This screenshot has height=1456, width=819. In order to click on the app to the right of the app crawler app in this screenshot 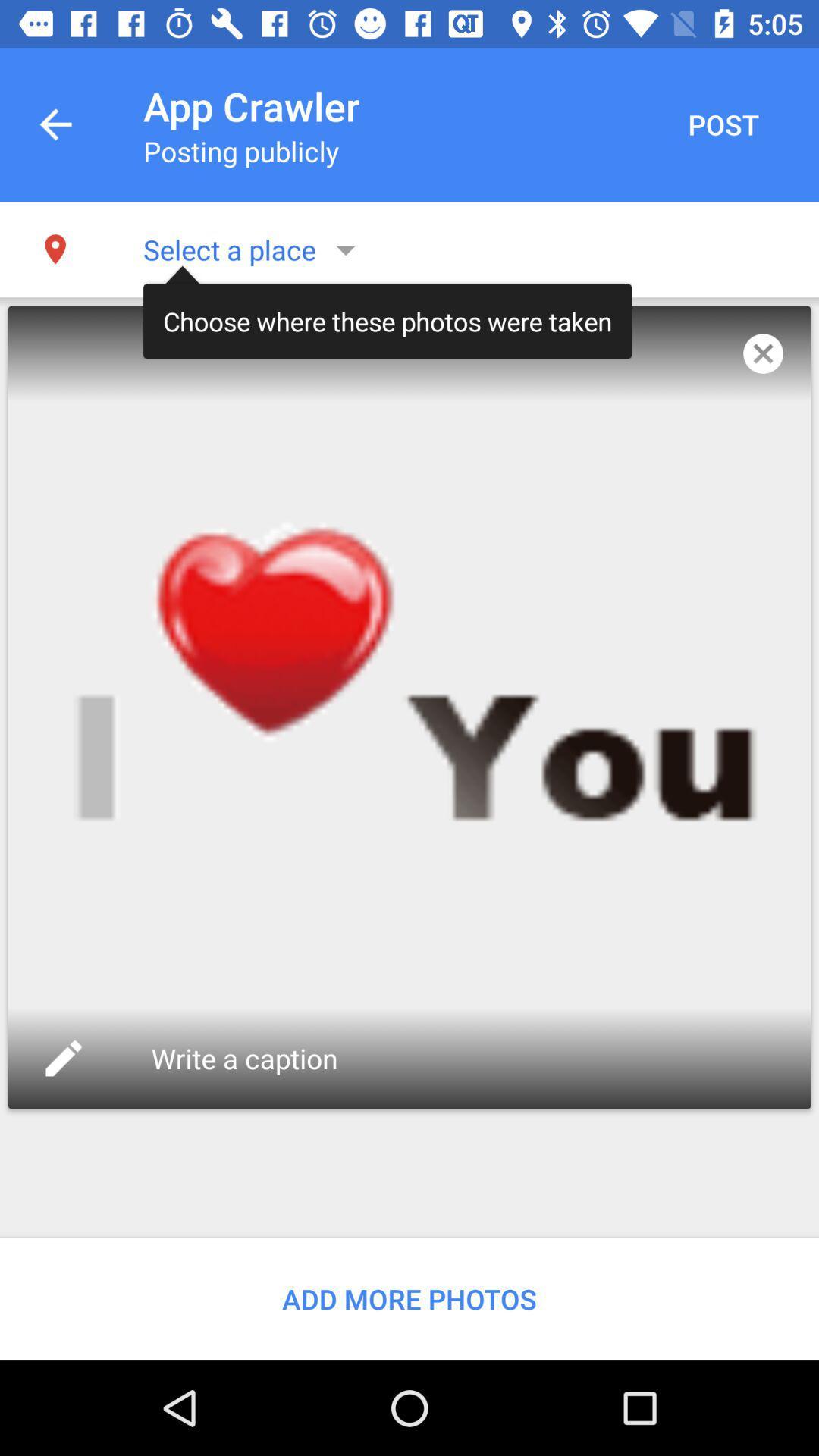, I will do `click(722, 124)`.